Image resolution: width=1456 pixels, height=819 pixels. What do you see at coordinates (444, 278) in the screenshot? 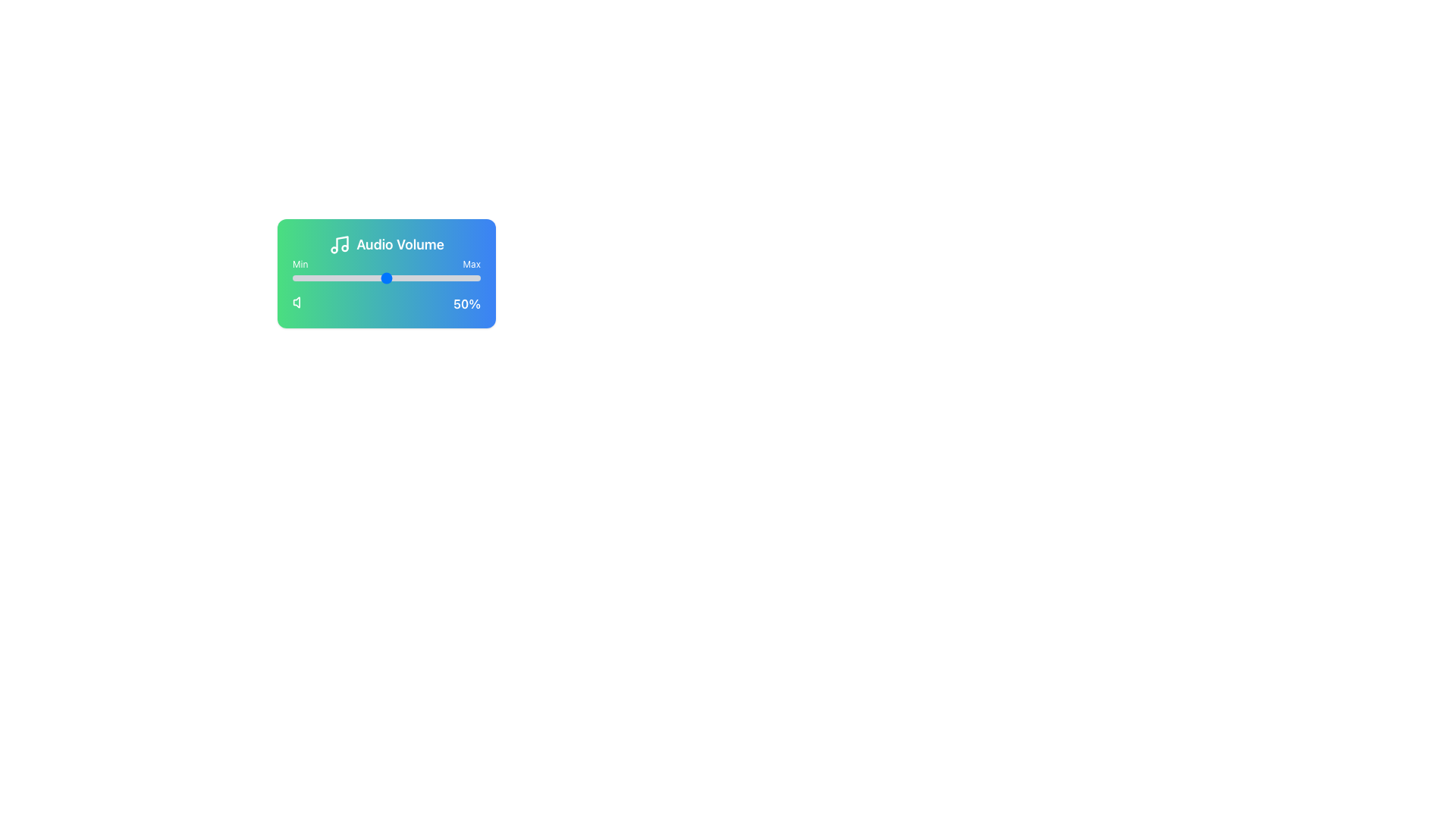
I see `the audio volume slider` at bounding box center [444, 278].